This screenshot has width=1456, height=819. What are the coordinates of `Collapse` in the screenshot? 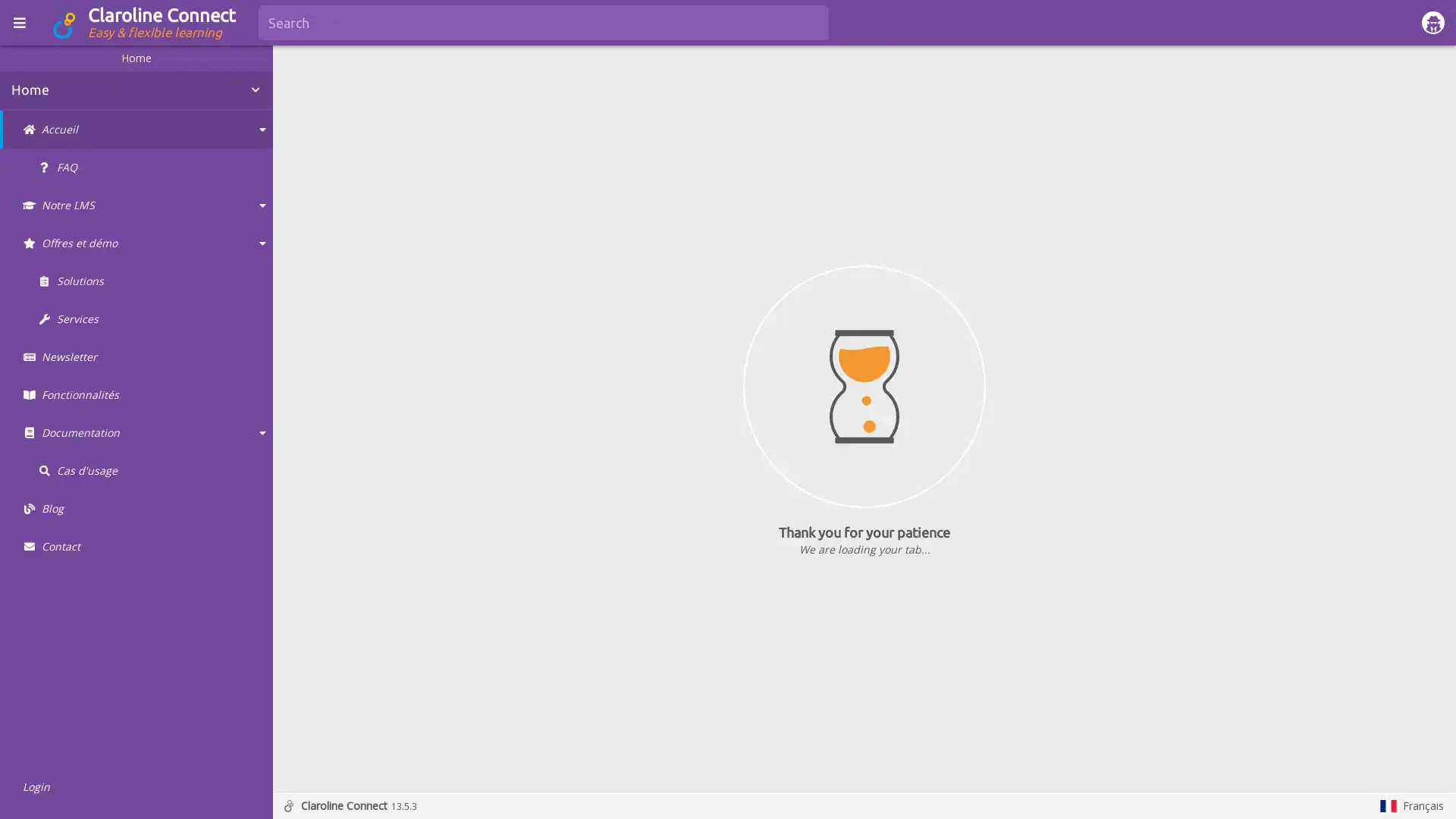 It's located at (262, 205).